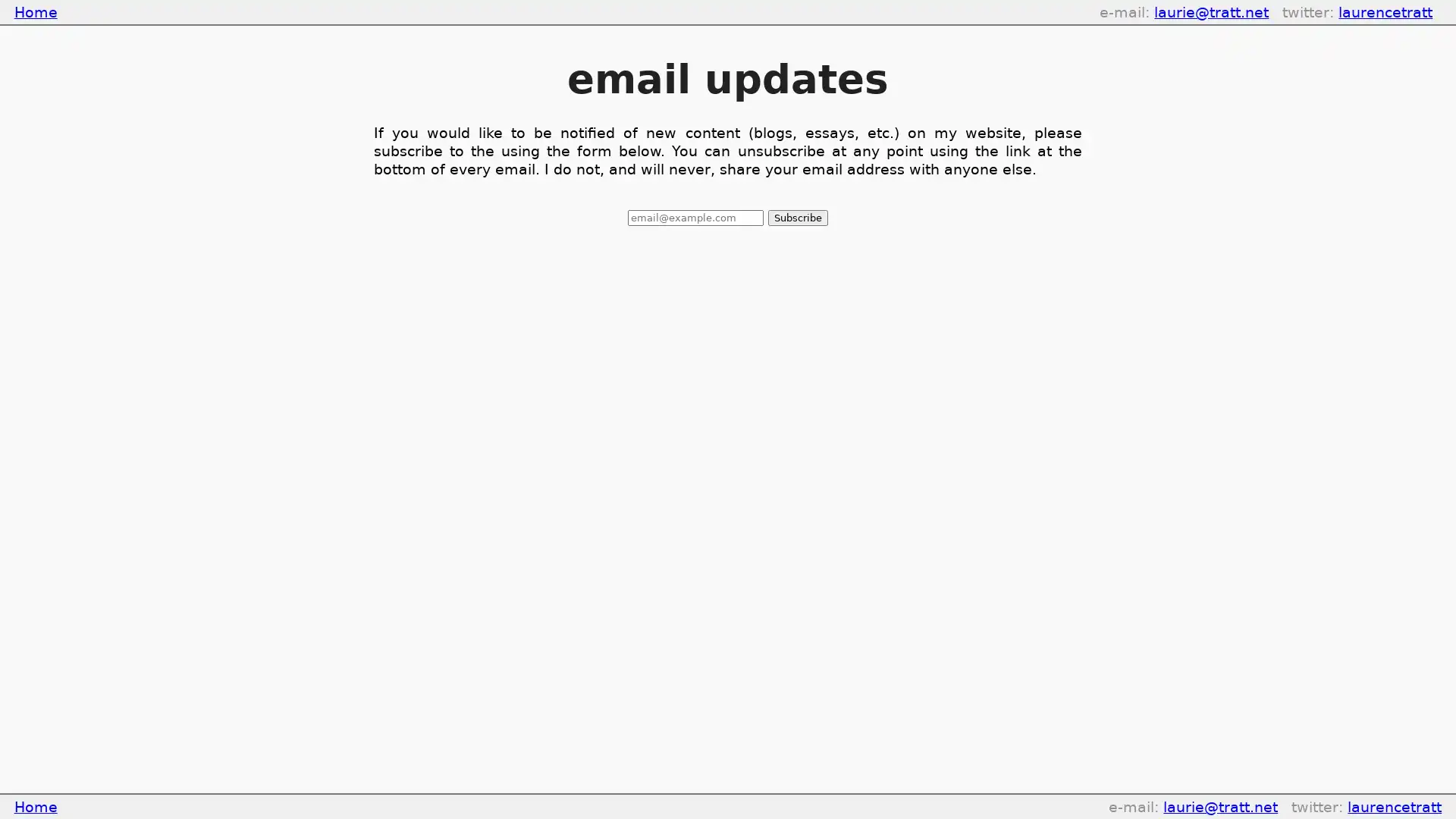 The height and width of the screenshot is (819, 1456). Describe the element at coordinates (796, 218) in the screenshot. I see `Subscribe` at that location.